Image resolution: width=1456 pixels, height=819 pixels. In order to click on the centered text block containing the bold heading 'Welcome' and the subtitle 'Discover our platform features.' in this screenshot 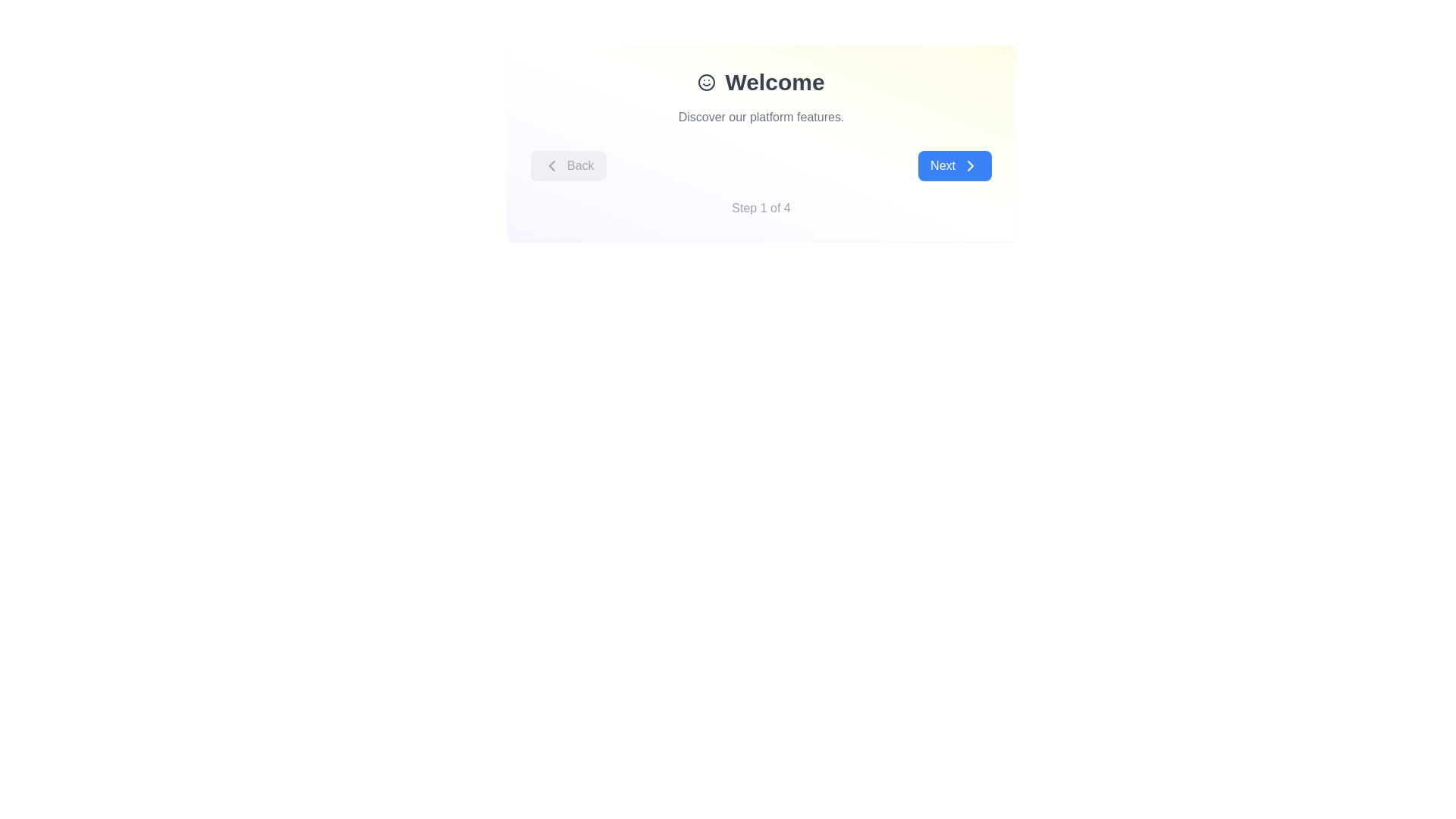, I will do `click(761, 97)`.